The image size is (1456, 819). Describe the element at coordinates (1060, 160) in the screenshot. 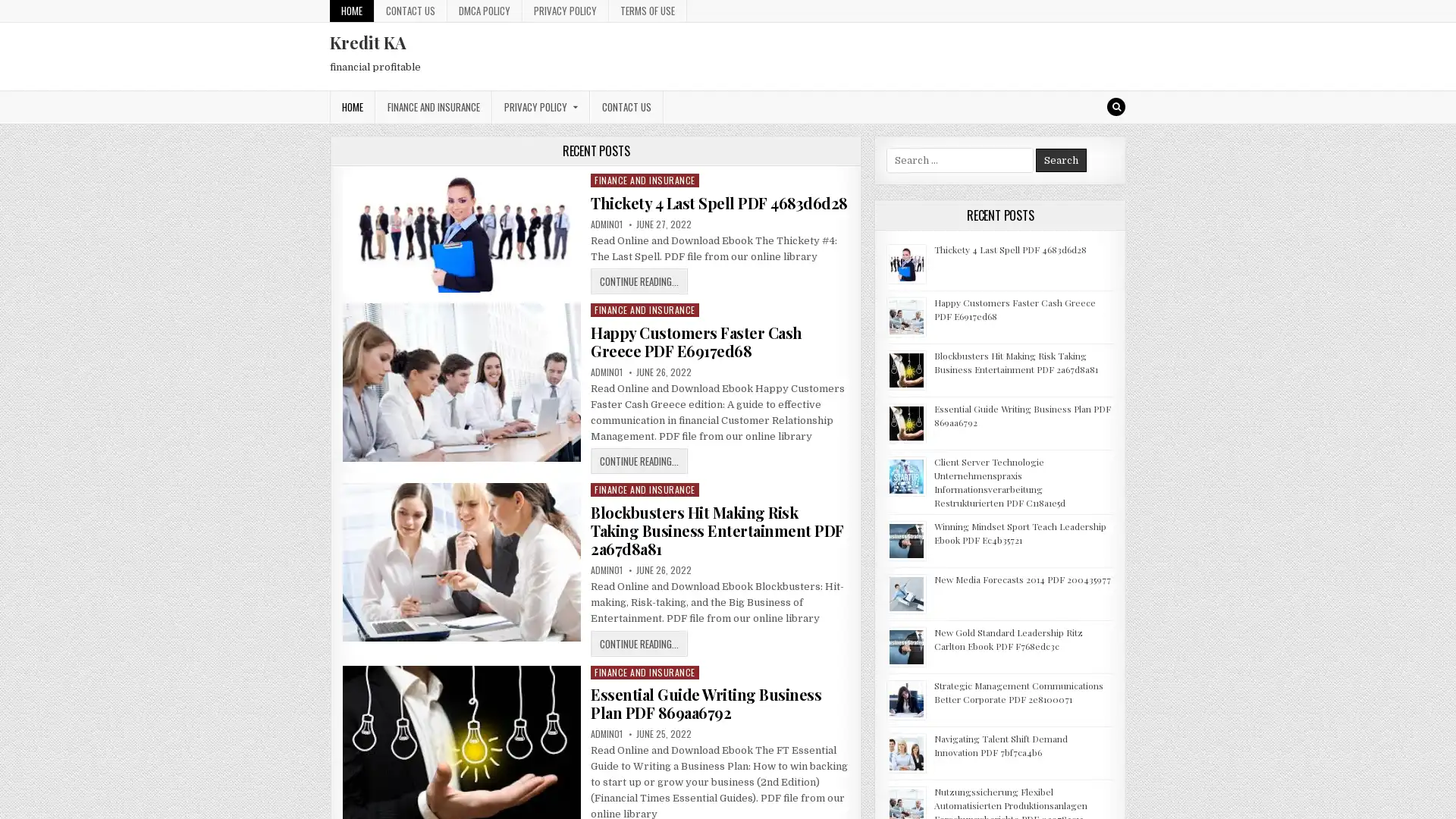

I see `Search` at that location.